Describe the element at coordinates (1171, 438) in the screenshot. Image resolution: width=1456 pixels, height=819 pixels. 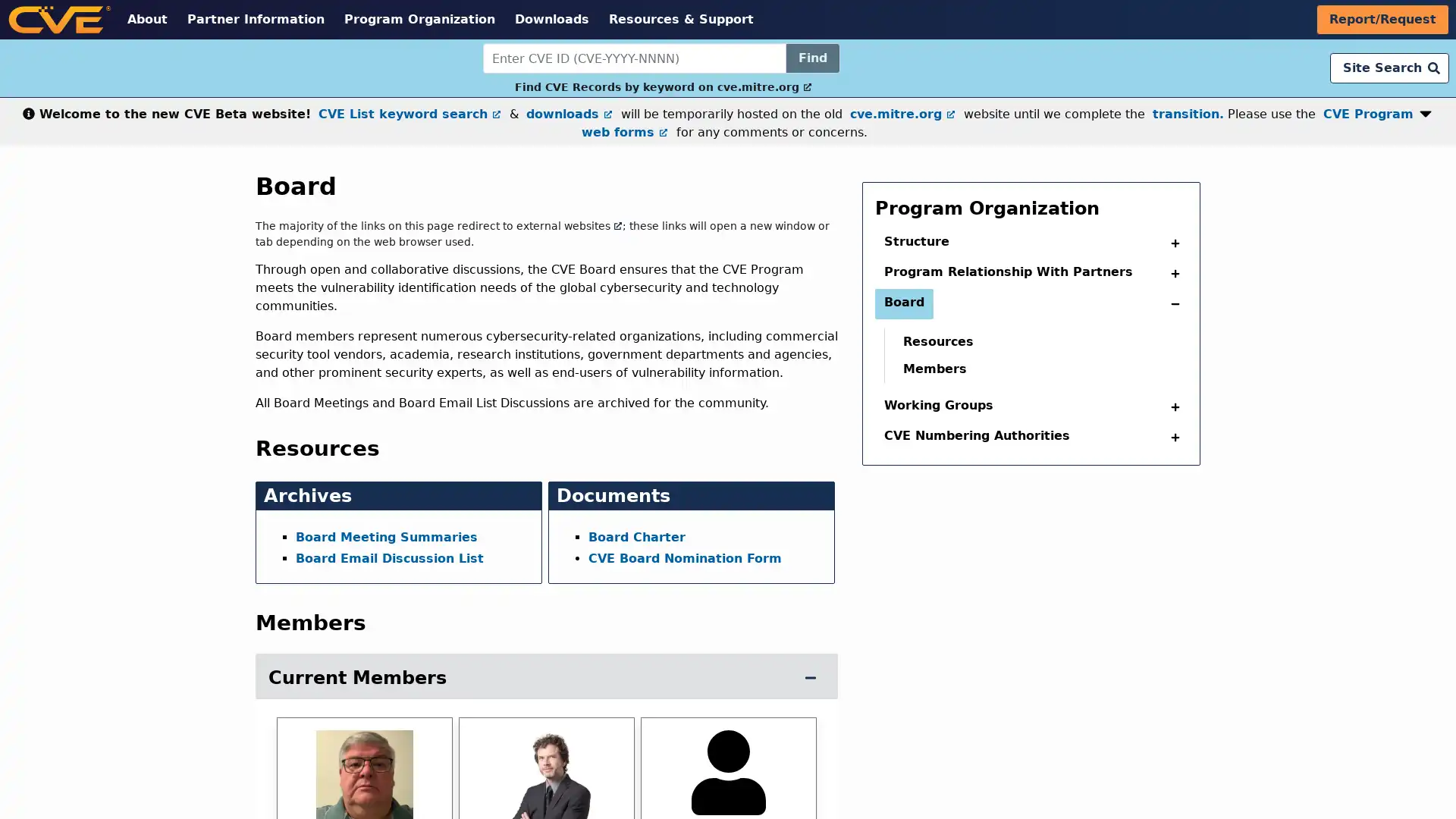
I see `collapse` at that location.